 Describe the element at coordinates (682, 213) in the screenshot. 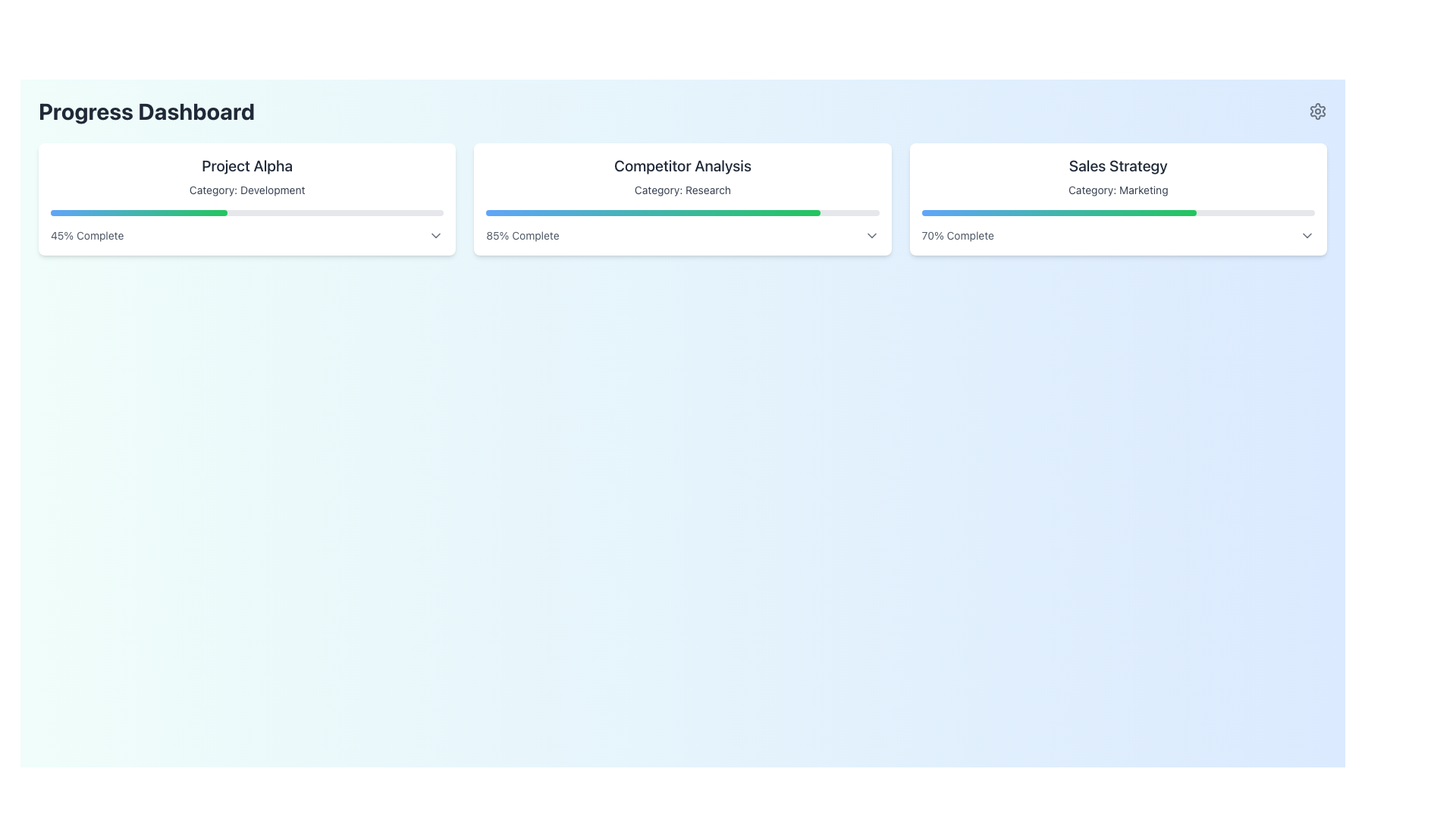

I see `the progress visually on the progress bar located in the 'Competitor Analysis' card, which indicates 85% completion` at that location.